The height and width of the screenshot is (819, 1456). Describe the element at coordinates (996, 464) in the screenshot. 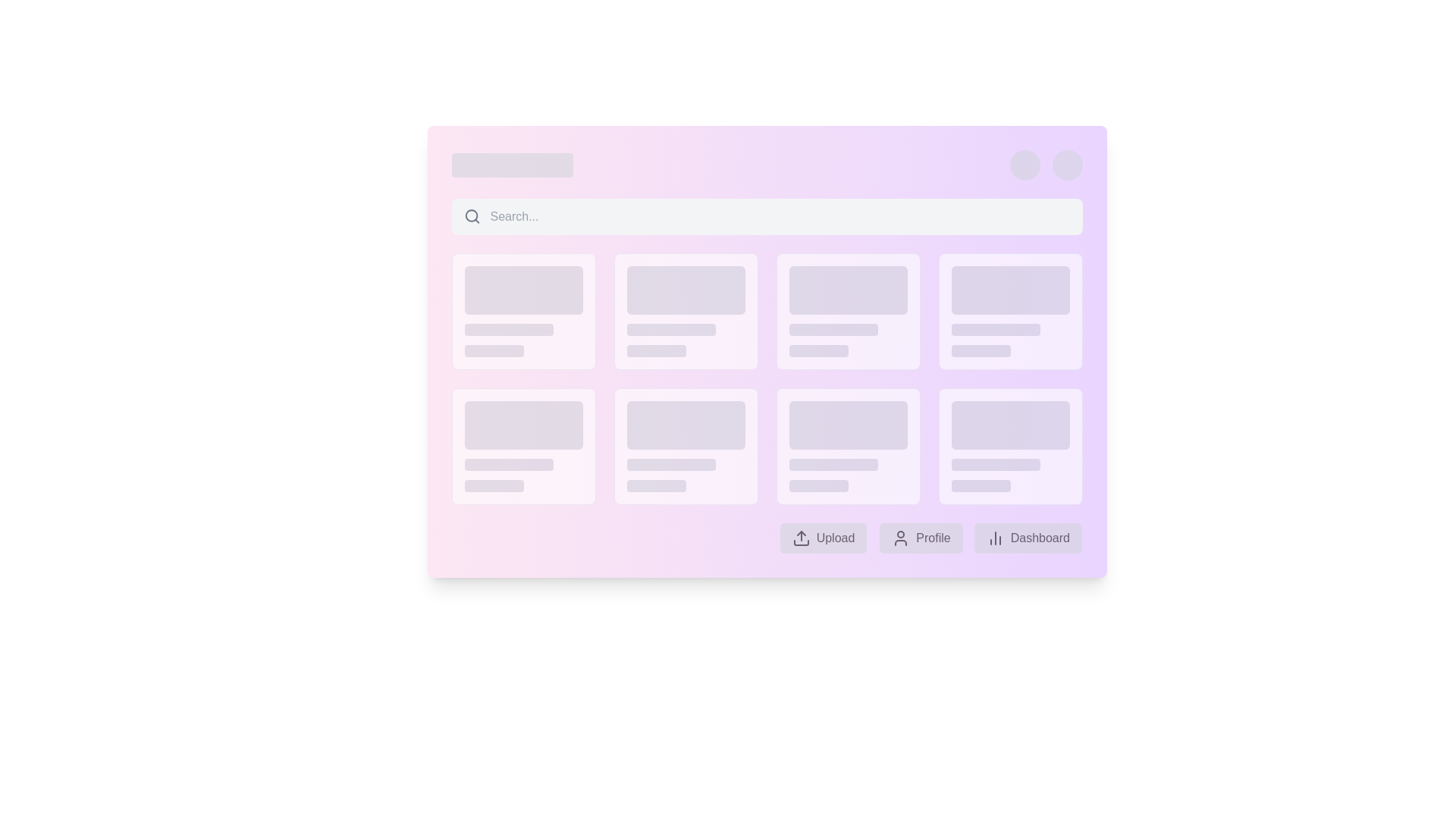

I see `the placeholder or progress bar element, which is a horizontal rounded rectangle with a gray background, positioned centrally in the card-like layout` at that location.